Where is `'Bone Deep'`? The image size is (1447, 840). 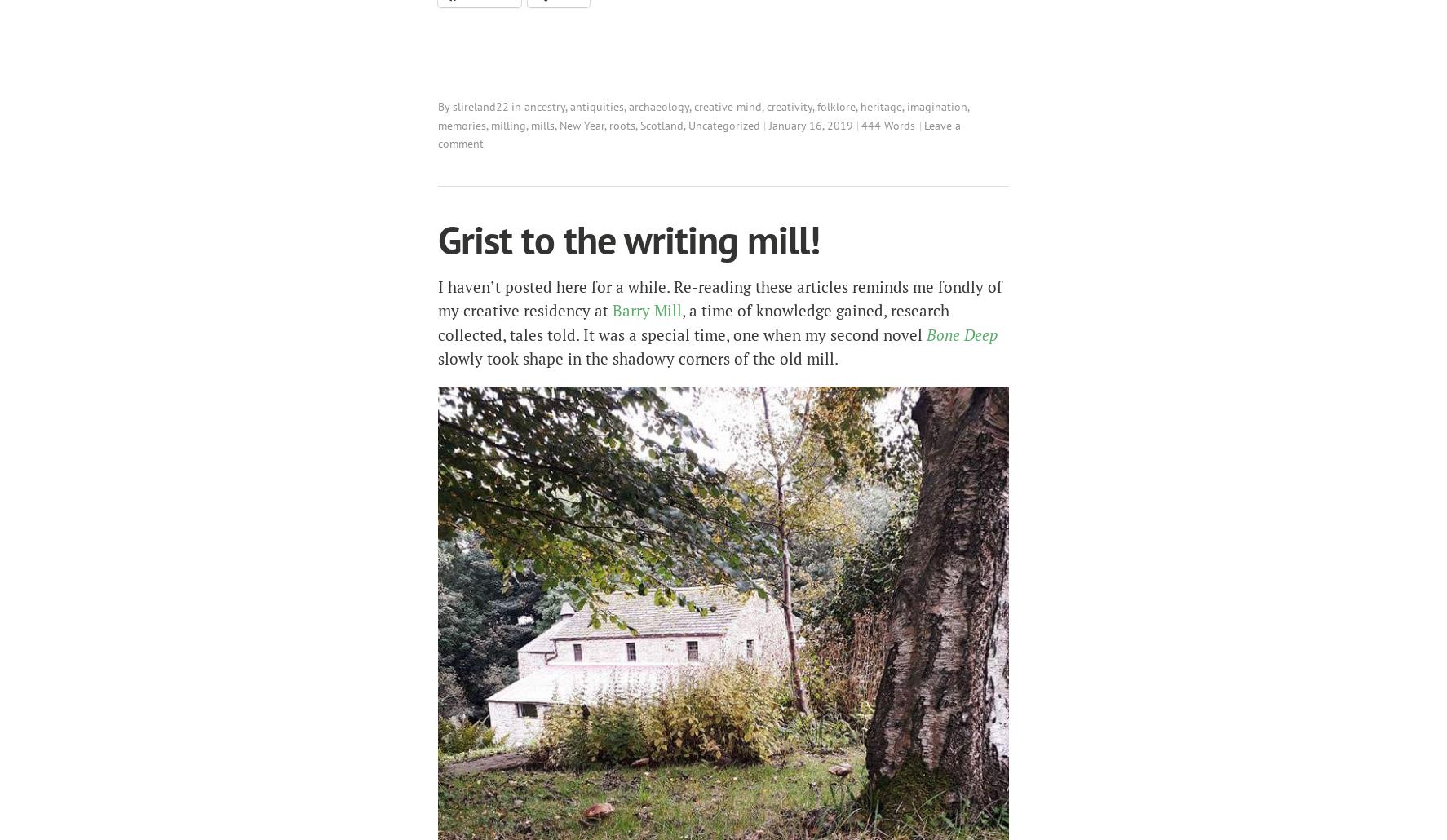
'Bone Deep' is located at coordinates (962, 334).